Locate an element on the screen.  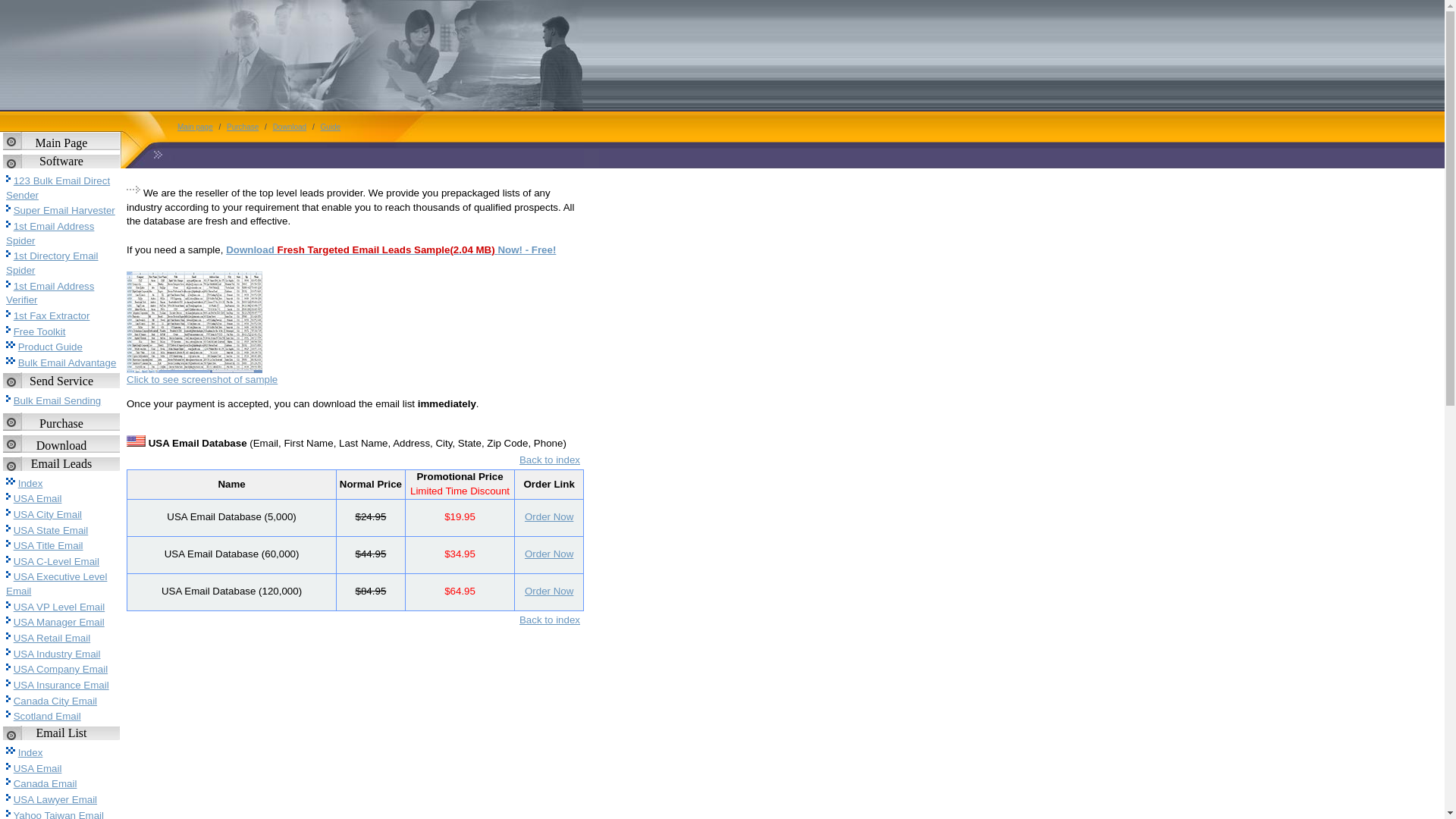
'1st Email Address Spider' is located at coordinates (50, 234).